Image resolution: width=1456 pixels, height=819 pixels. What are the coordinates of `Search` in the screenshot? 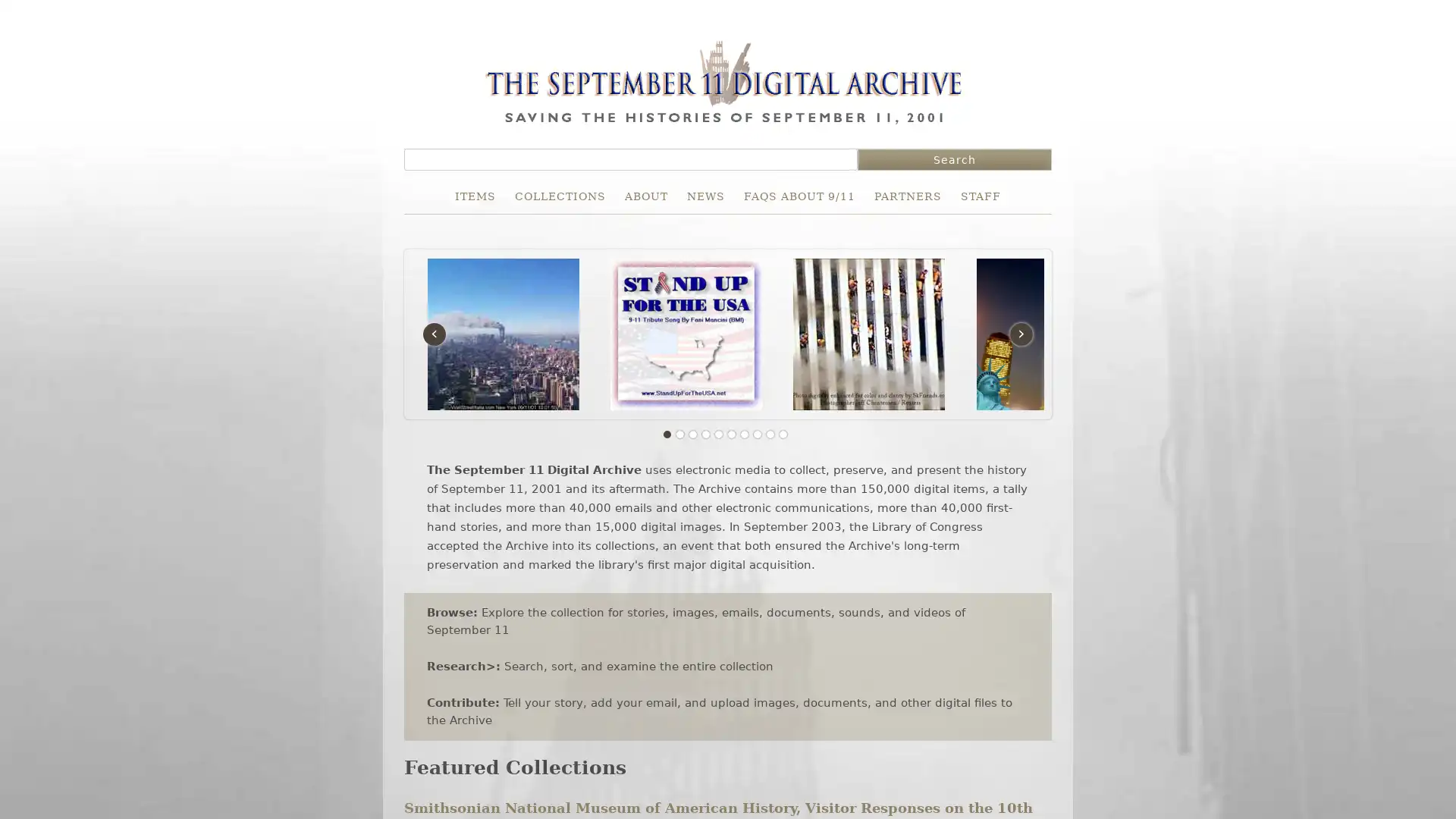 It's located at (952, 158).